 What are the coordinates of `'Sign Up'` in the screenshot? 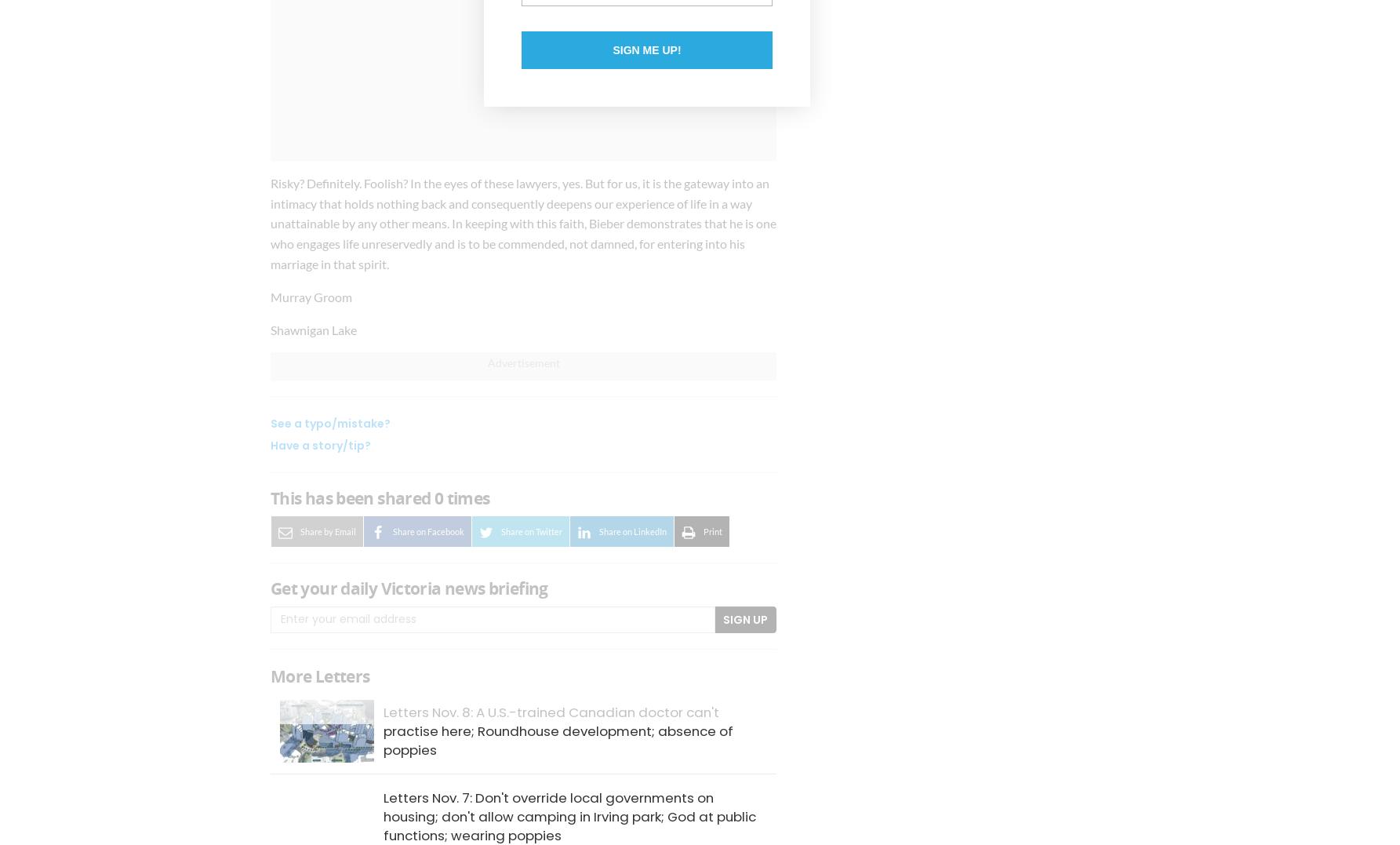 It's located at (744, 619).